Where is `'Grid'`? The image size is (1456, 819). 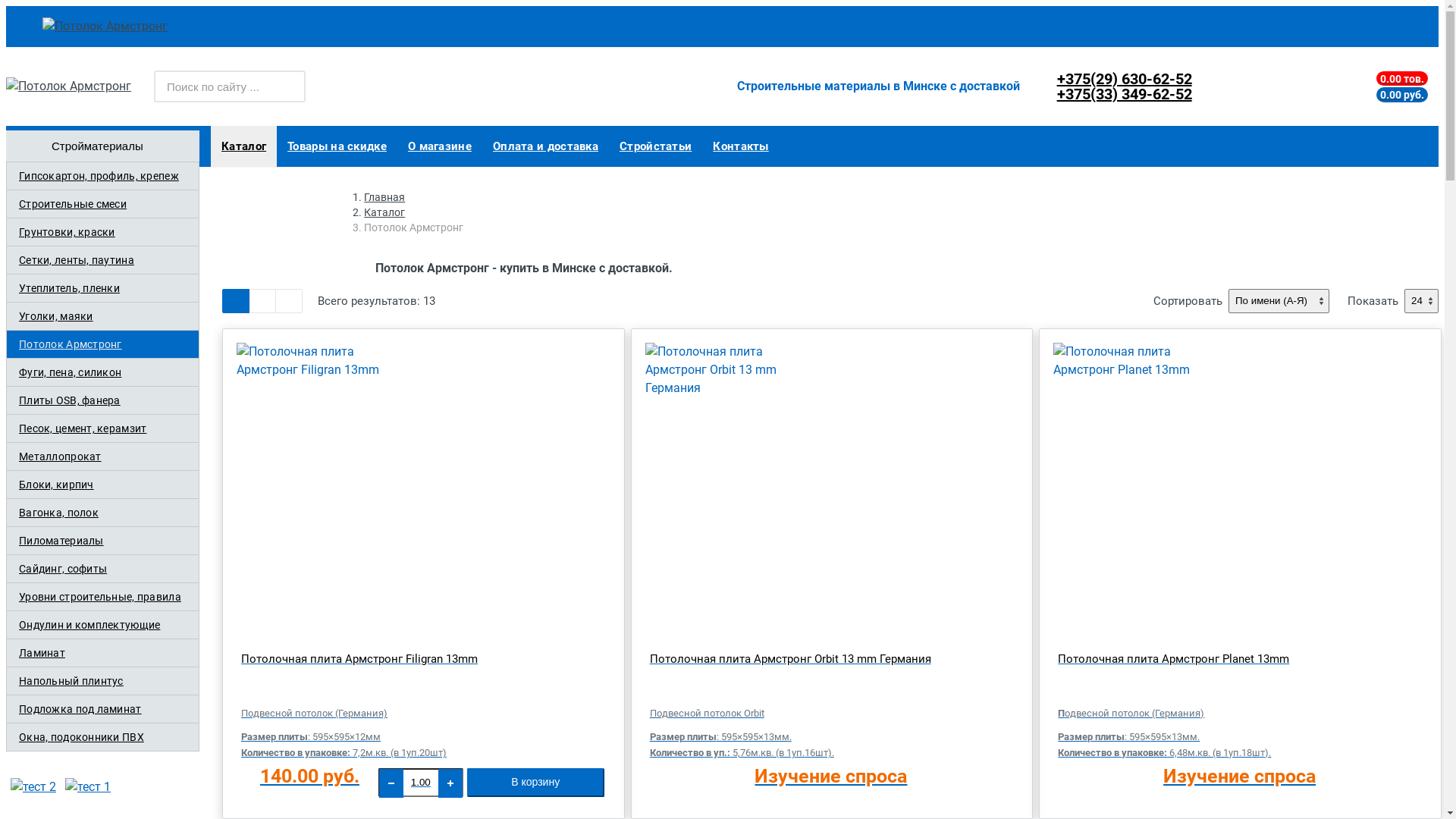 'Grid' is located at coordinates (235, 301).